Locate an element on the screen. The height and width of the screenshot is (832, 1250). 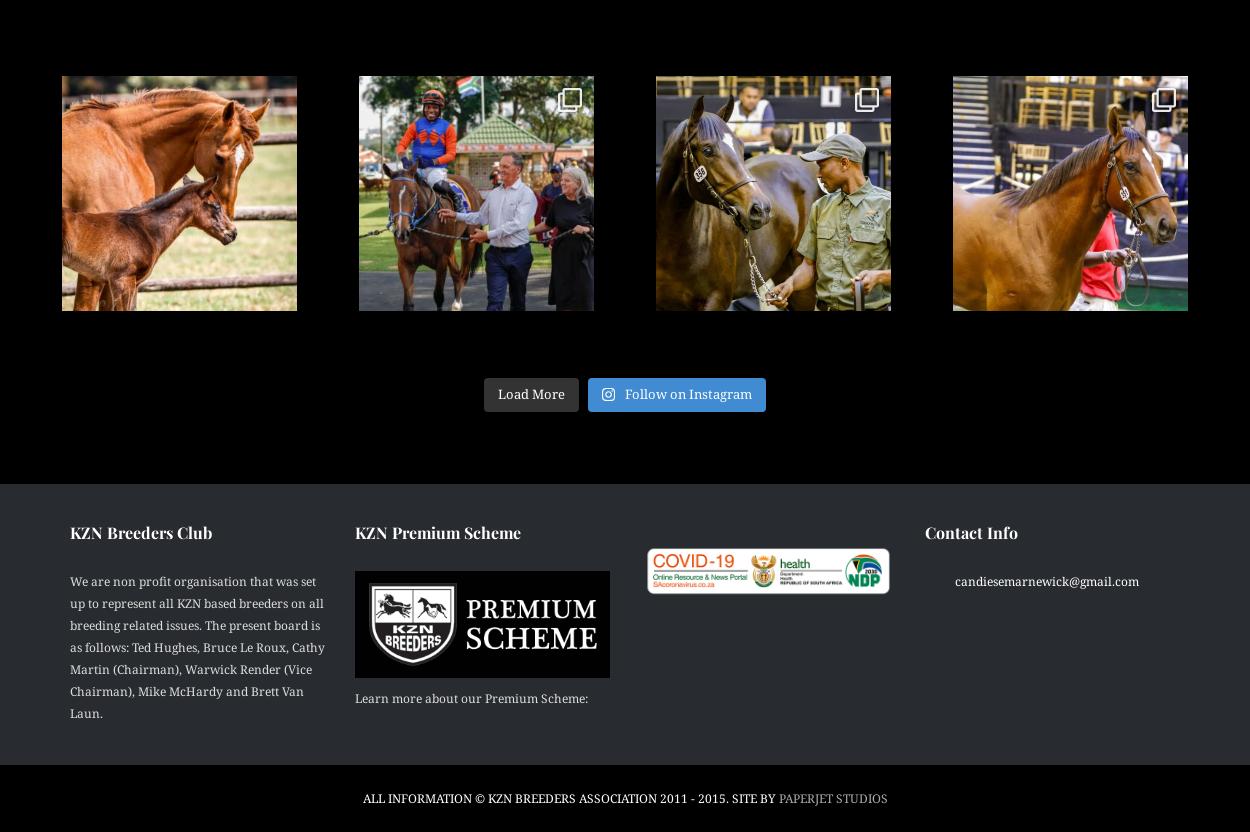
'KZN Premium Scheme' is located at coordinates (438, 531).